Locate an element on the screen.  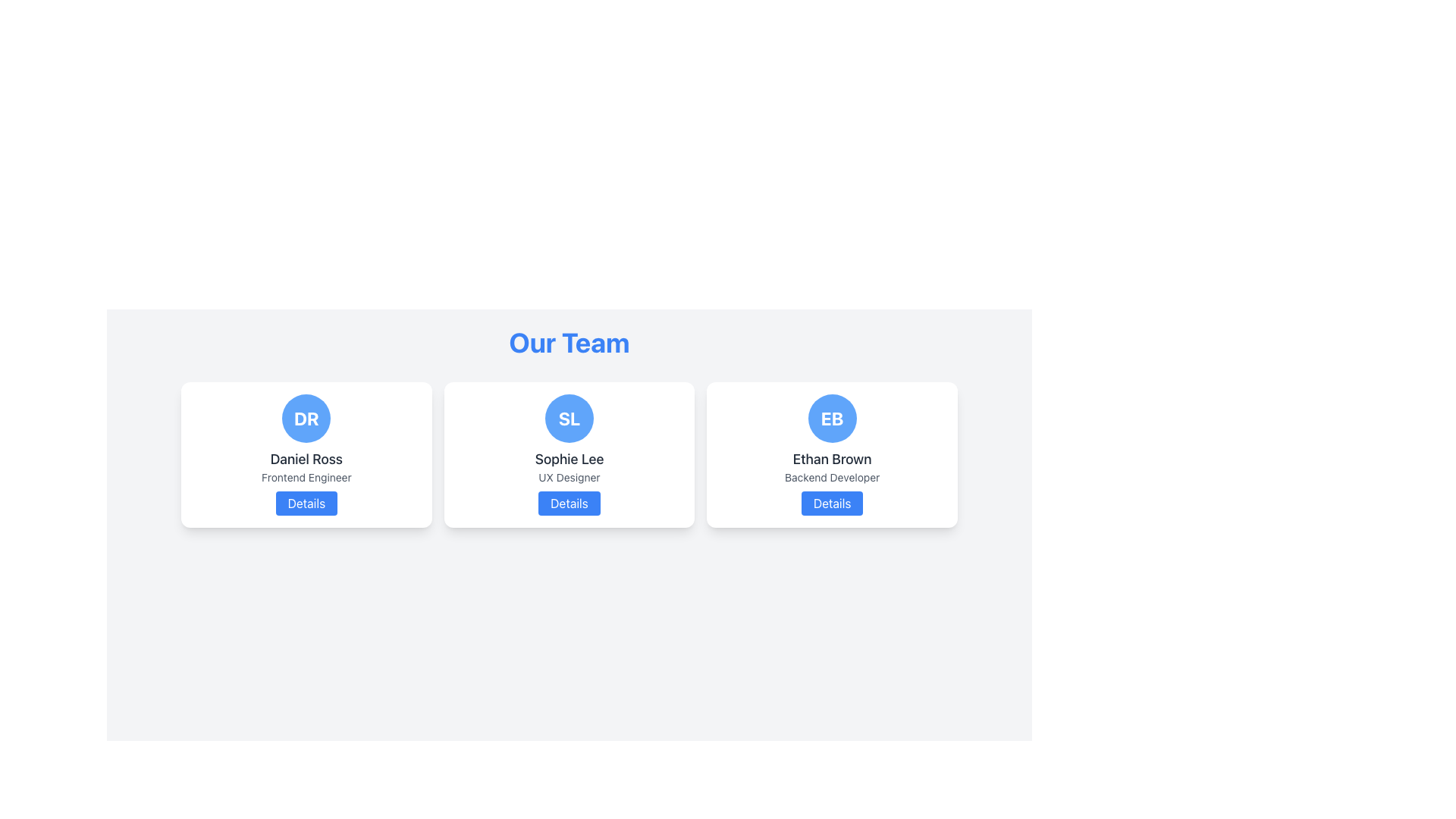
the rectangular button with a blue background and white text labeled 'Details', located at the bottom of the card for Sophie Lee, a UX Designer is located at coordinates (568, 503).